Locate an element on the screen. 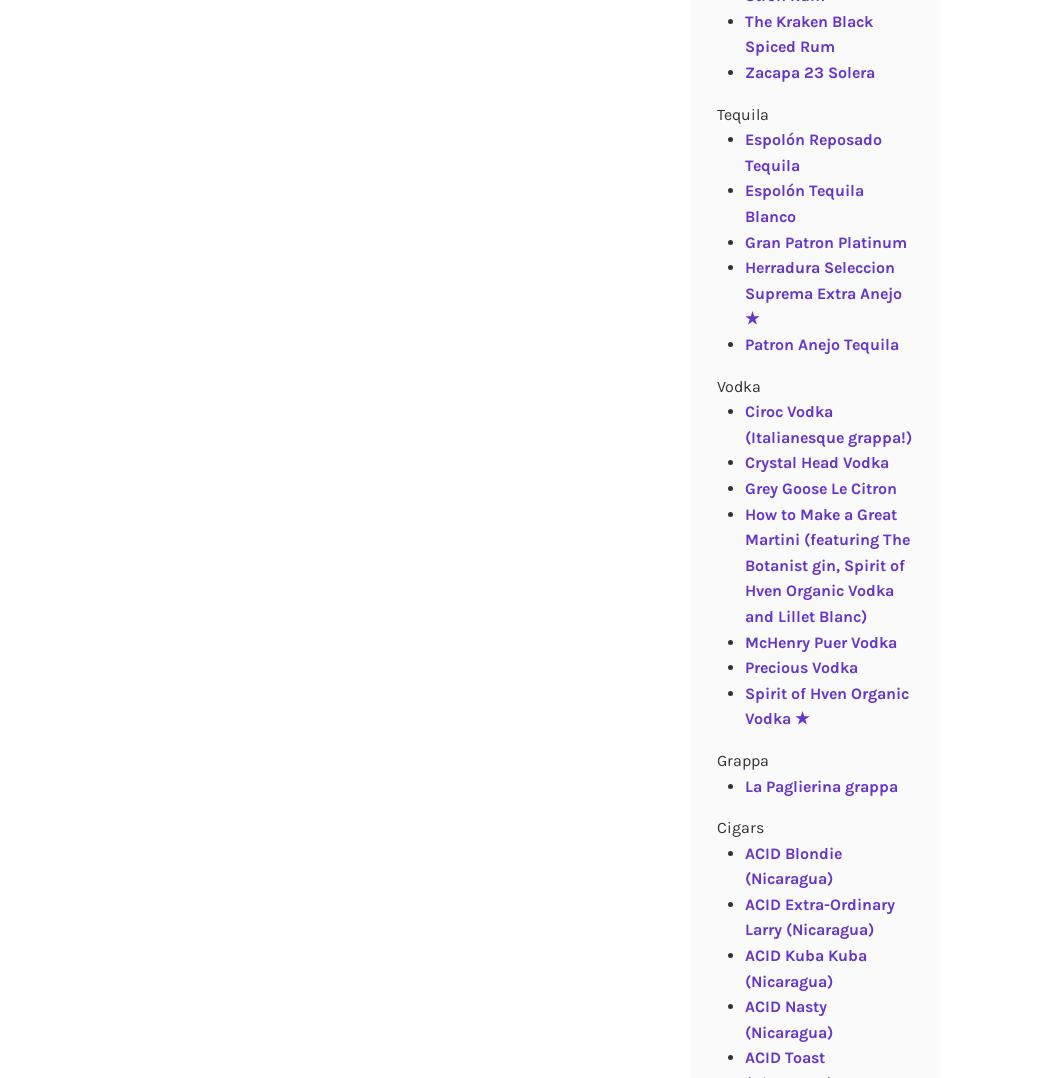 The width and height of the screenshot is (1050, 1078). 'Grey Goose Le Citron' is located at coordinates (819, 486).